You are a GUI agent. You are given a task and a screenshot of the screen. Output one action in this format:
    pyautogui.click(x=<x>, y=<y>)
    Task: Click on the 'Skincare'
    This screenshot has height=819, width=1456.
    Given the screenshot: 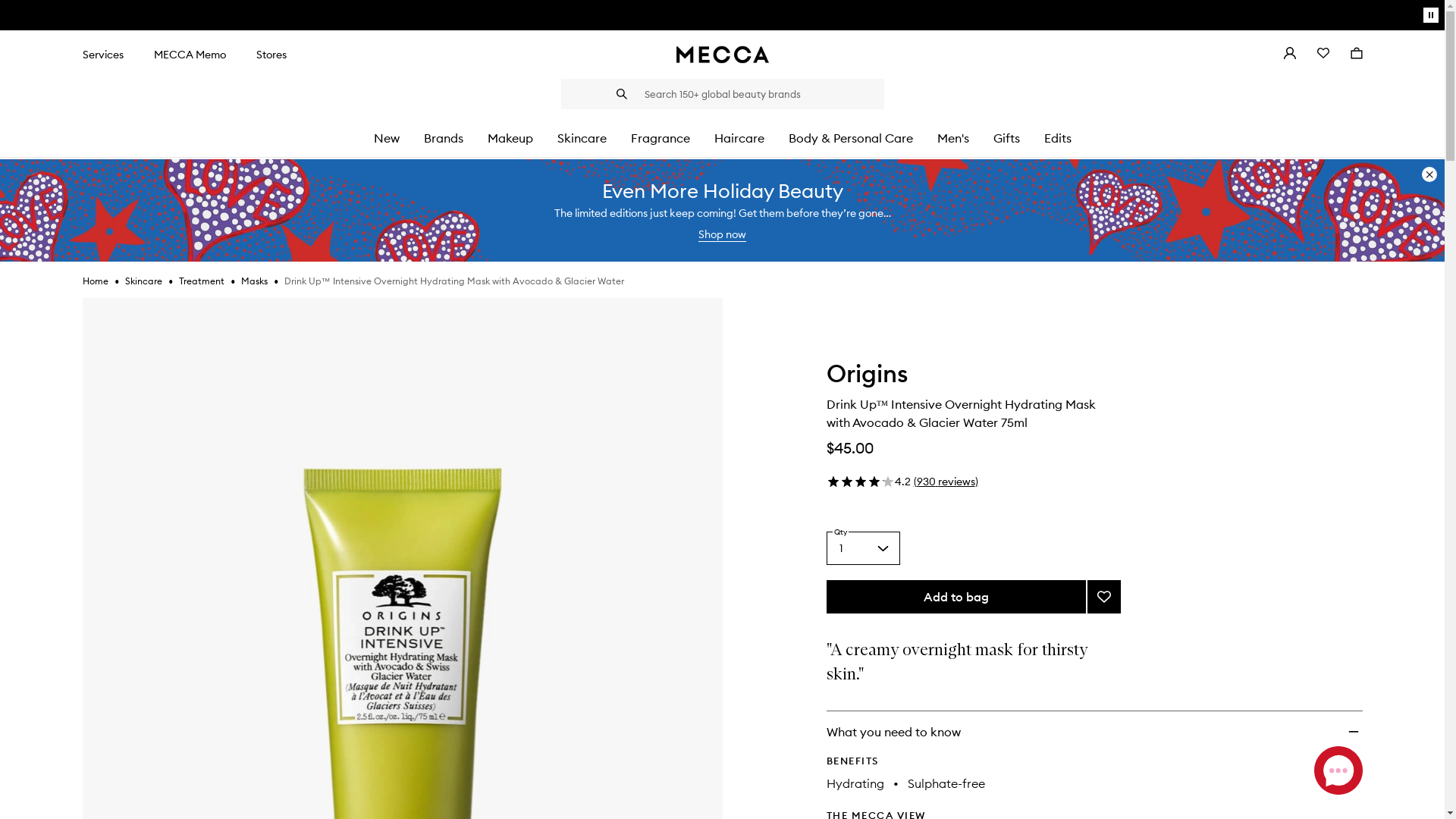 What is the action you would take?
    pyautogui.click(x=580, y=138)
    